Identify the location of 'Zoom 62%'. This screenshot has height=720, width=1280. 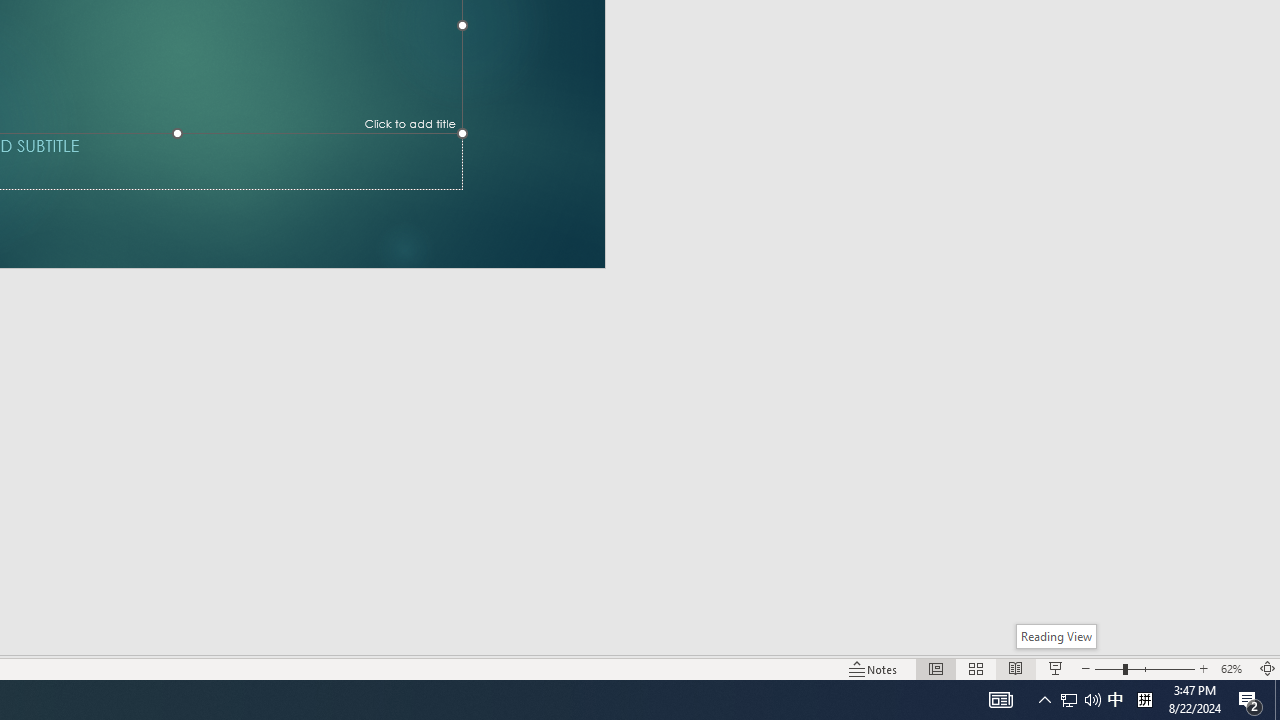
(1233, 669).